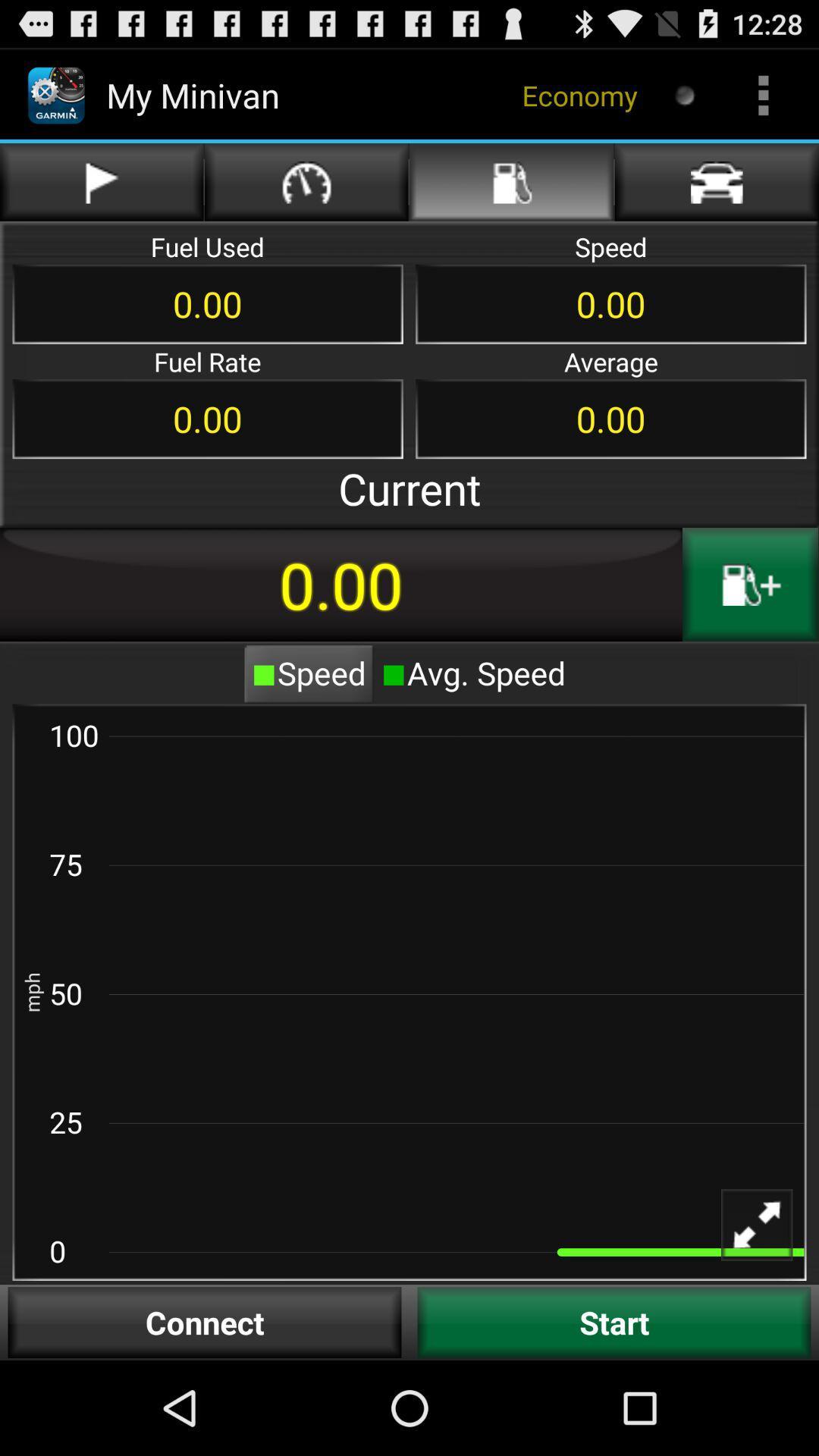 The height and width of the screenshot is (1456, 819). I want to click on the fullscreen icon, so click(767, 1320).